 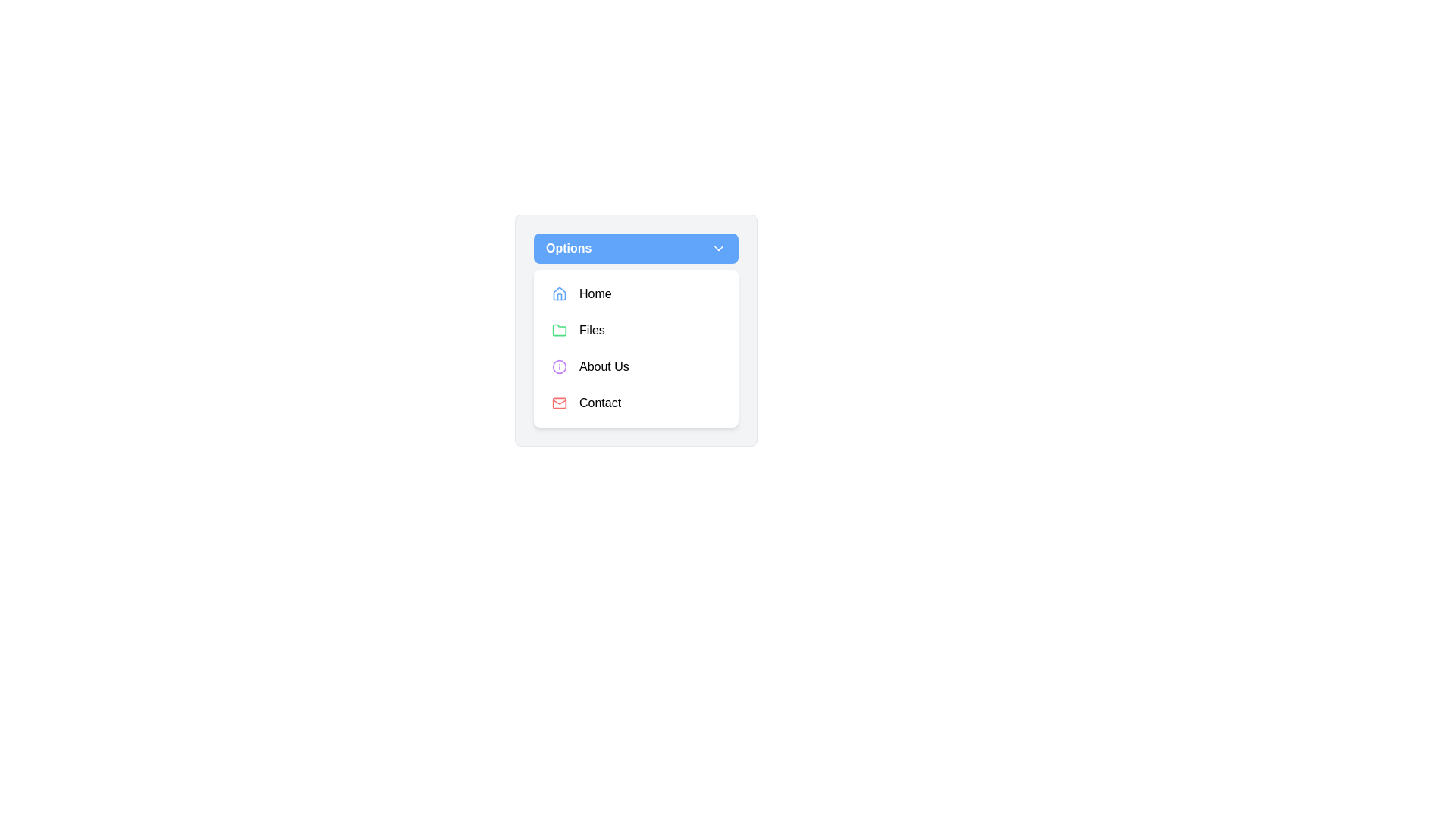 I want to click on the third menu item button that leads to the 'About Us' page, so click(x=636, y=366).